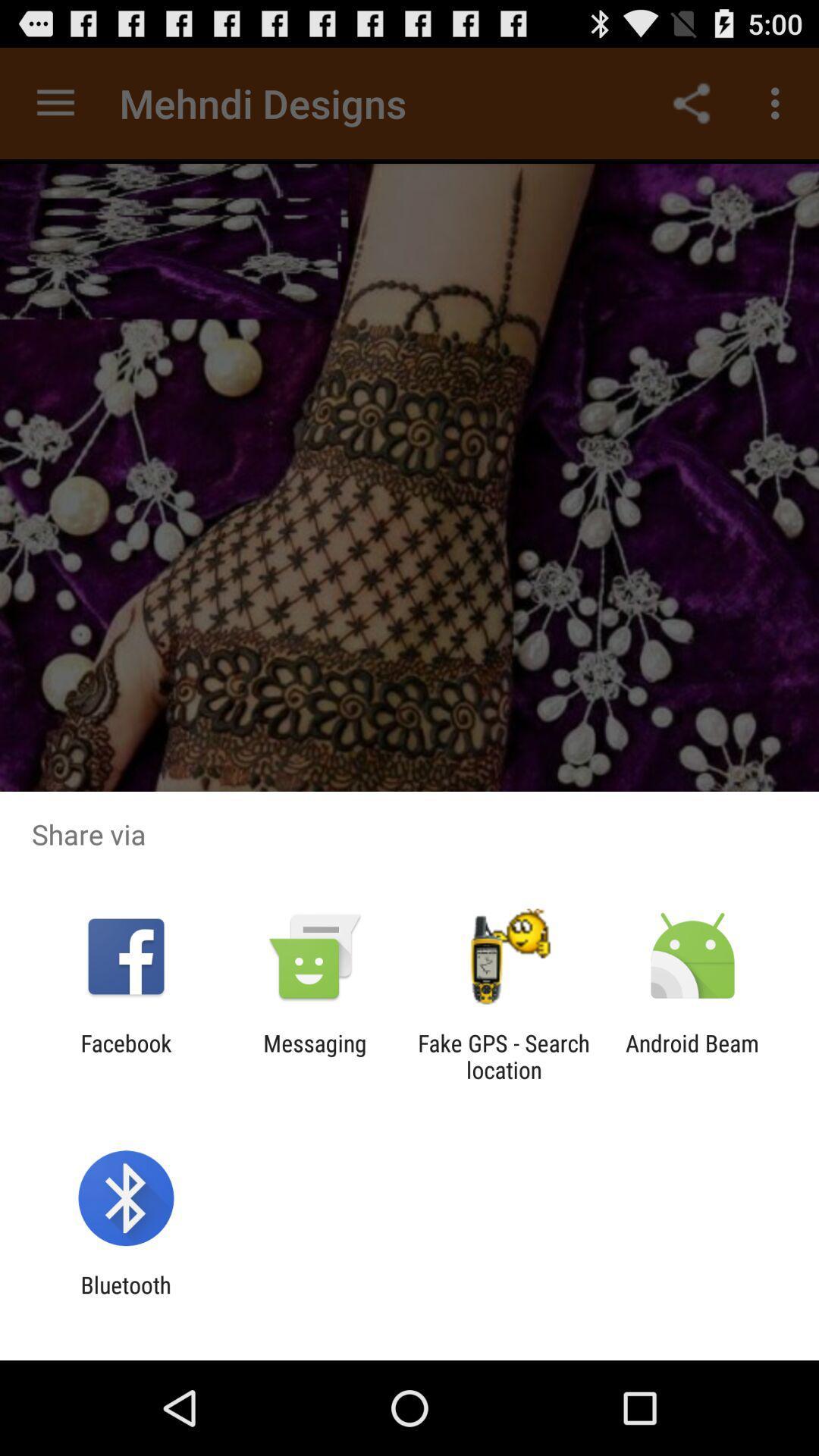 This screenshot has height=1456, width=819. I want to click on the item to the right of the messaging app, so click(504, 1056).